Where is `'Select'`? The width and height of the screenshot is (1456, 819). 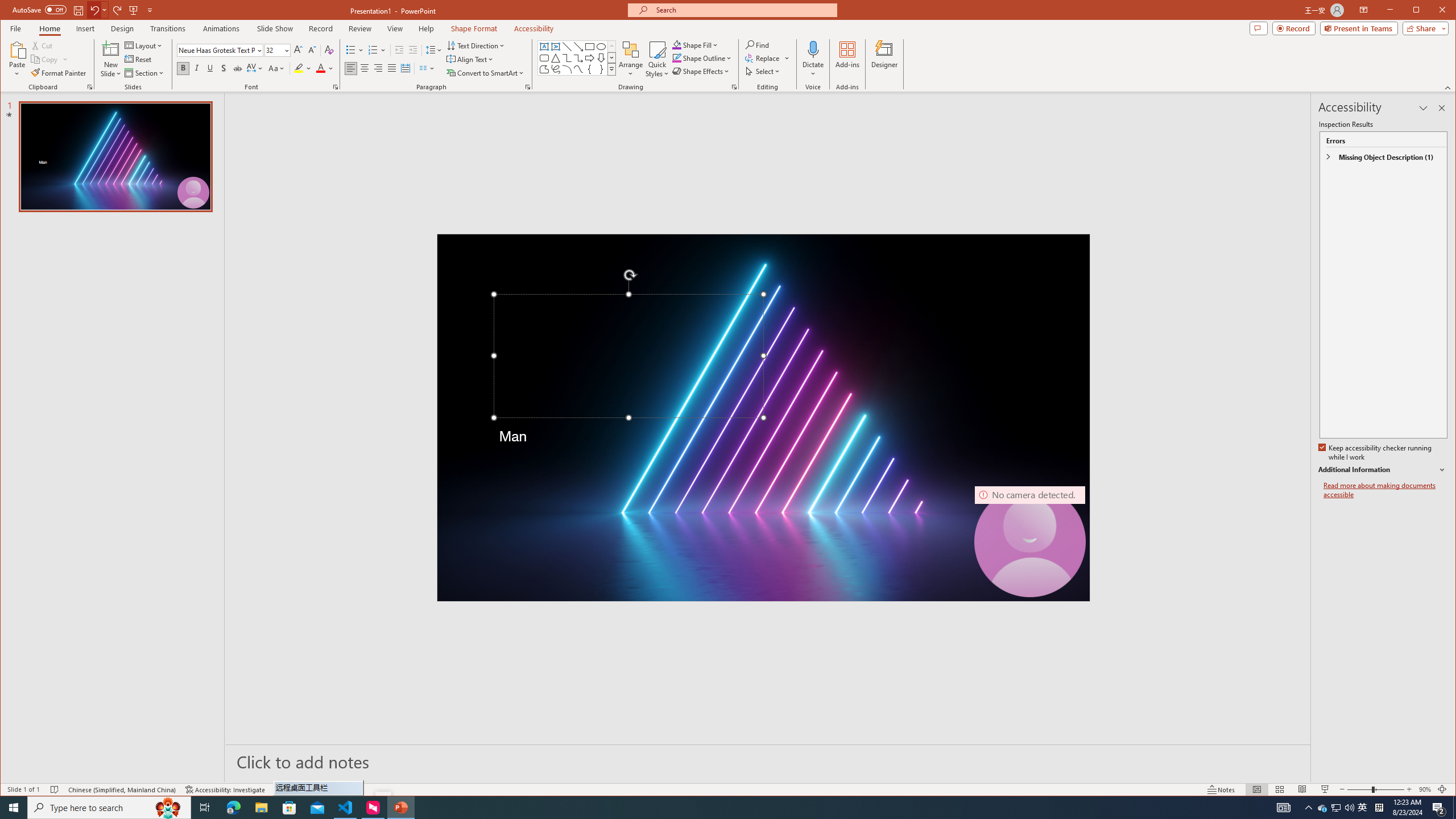
'Select' is located at coordinates (763, 71).